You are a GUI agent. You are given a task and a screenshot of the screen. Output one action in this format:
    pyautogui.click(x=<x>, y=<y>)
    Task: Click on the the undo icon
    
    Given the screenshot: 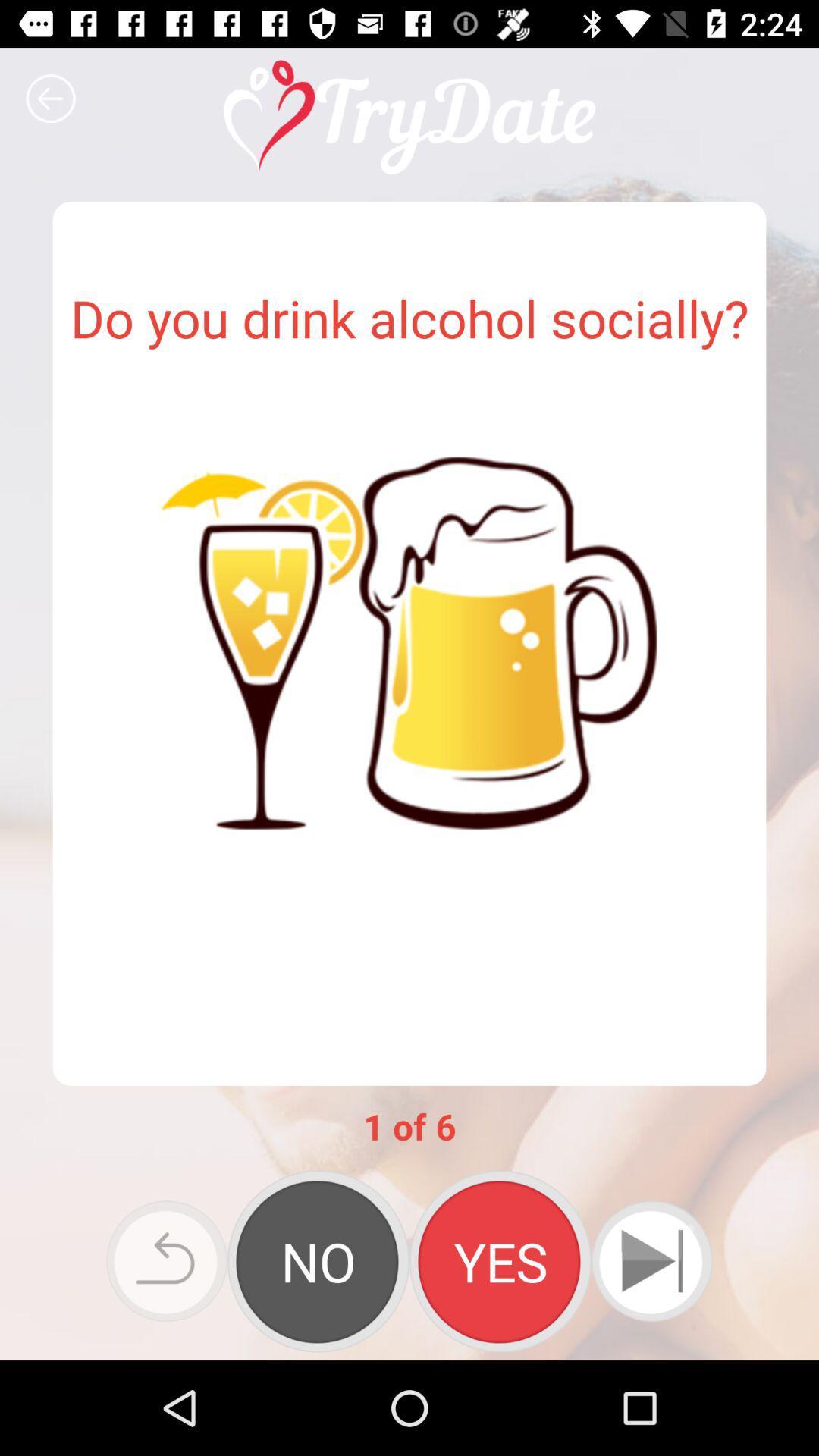 What is the action you would take?
    pyautogui.click(x=167, y=1261)
    